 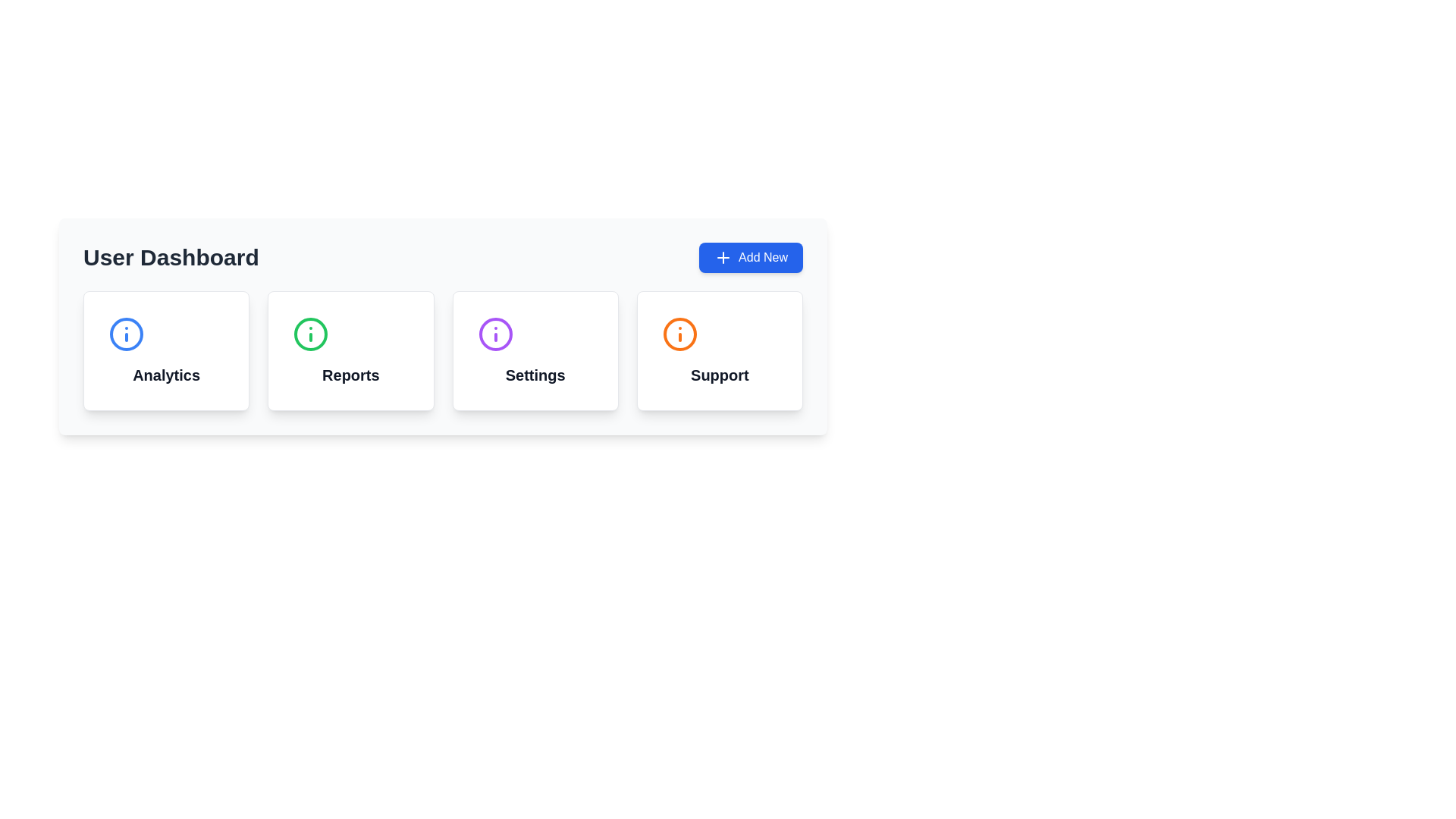 What do you see at coordinates (166, 375) in the screenshot?
I see `the text label displaying 'Analytics' located below the information icon within the first card of the User Dashboard interface` at bounding box center [166, 375].